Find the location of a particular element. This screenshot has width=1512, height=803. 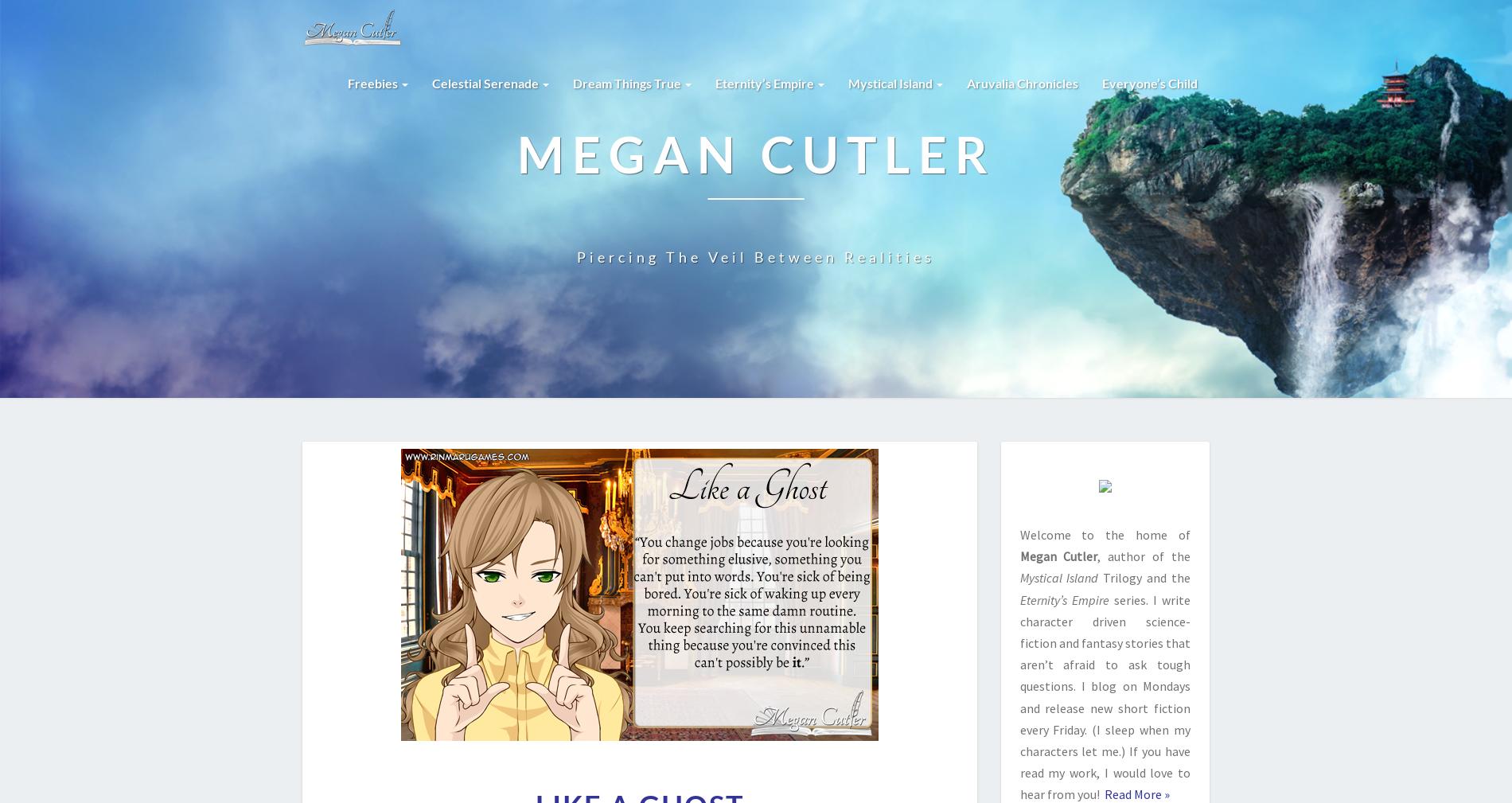

'Trilogy and the' is located at coordinates (1144, 577).